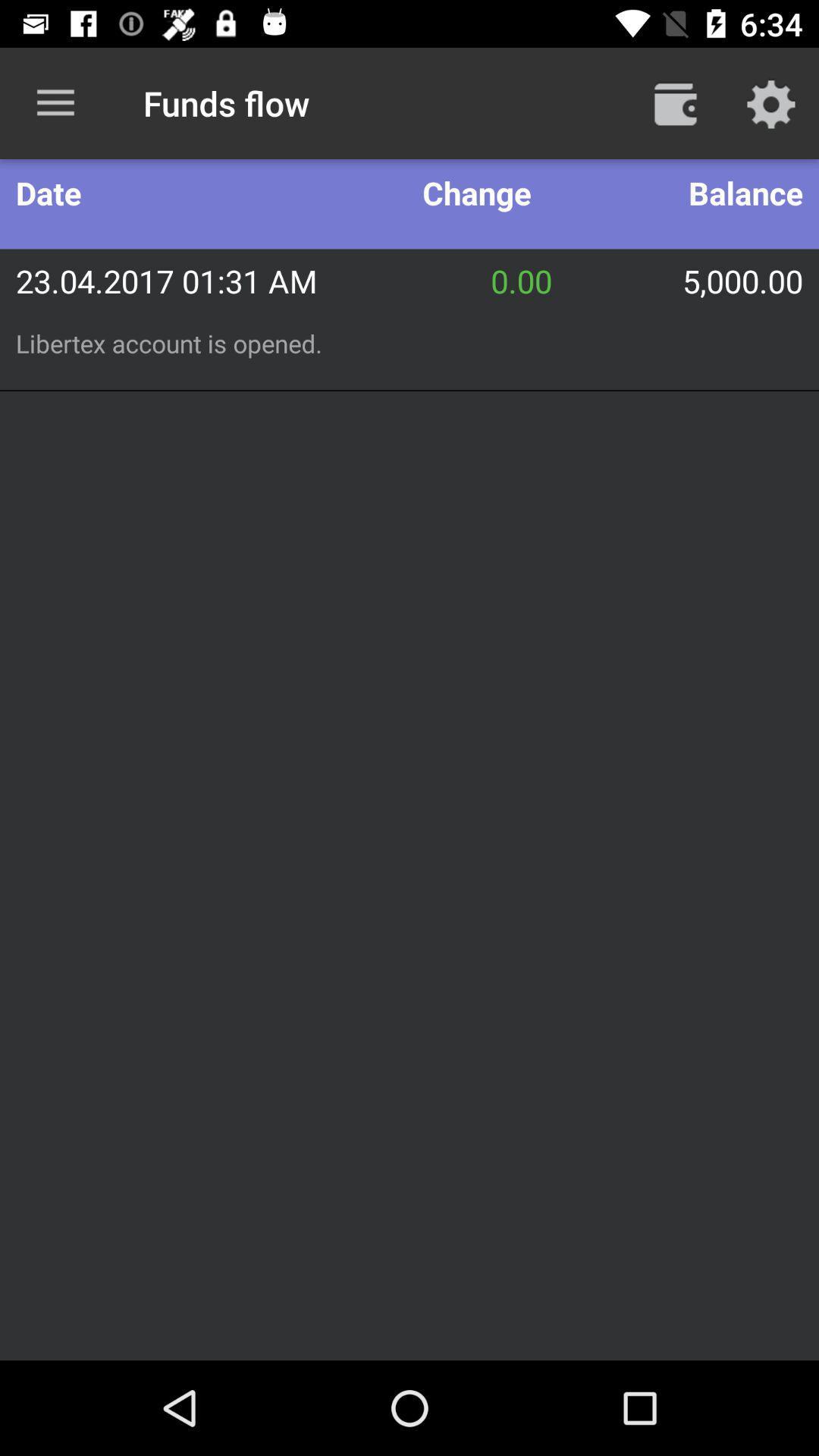 The height and width of the screenshot is (1456, 819). I want to click on open wallet, so click(675, 102).